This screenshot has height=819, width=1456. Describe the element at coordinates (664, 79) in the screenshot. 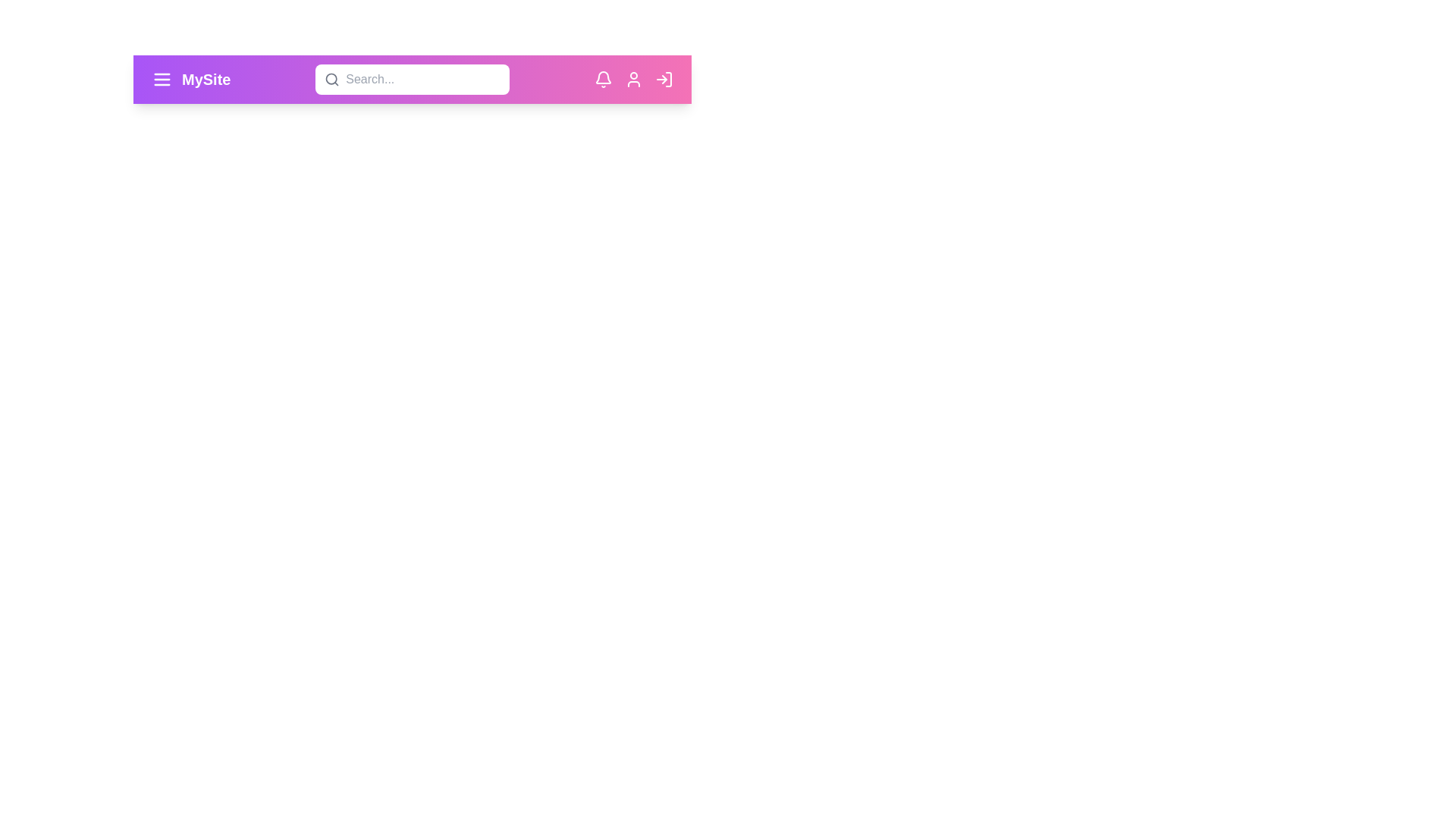

I see `the login icon to initiate the login process` at that location.